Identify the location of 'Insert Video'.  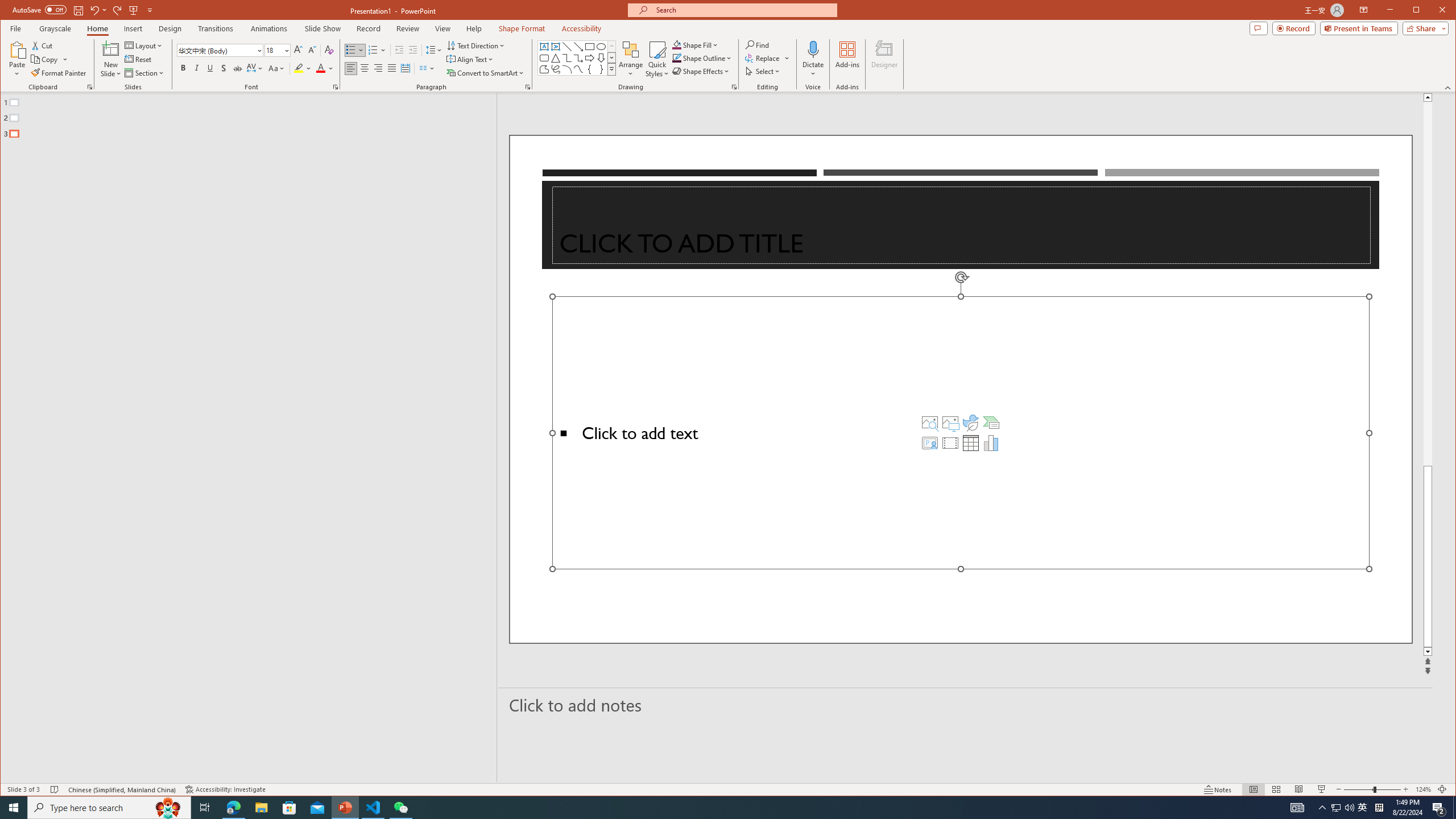
(950, 442).